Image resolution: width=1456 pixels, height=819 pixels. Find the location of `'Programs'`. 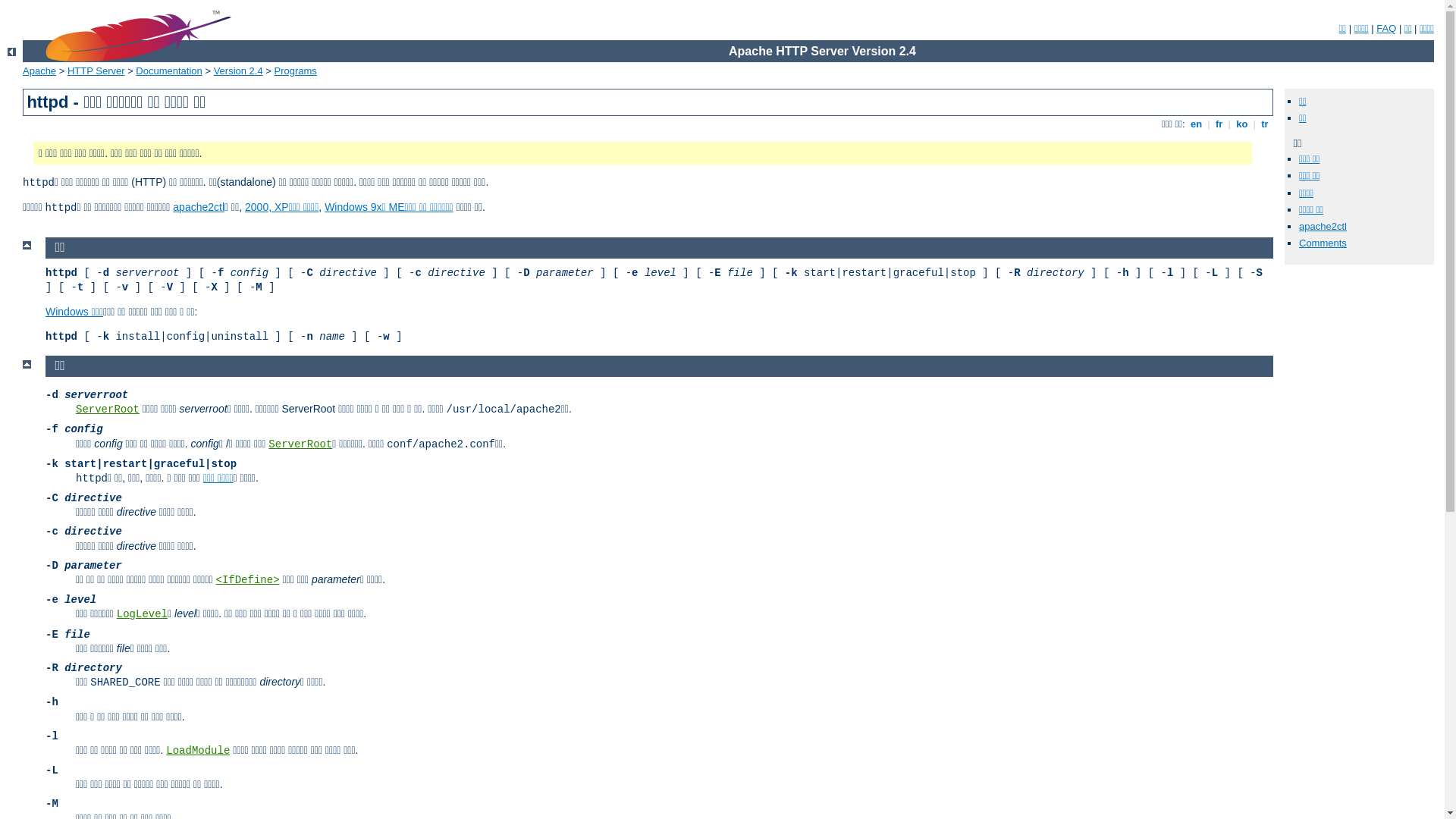

'Programs' is located at coordinates (295, 71).